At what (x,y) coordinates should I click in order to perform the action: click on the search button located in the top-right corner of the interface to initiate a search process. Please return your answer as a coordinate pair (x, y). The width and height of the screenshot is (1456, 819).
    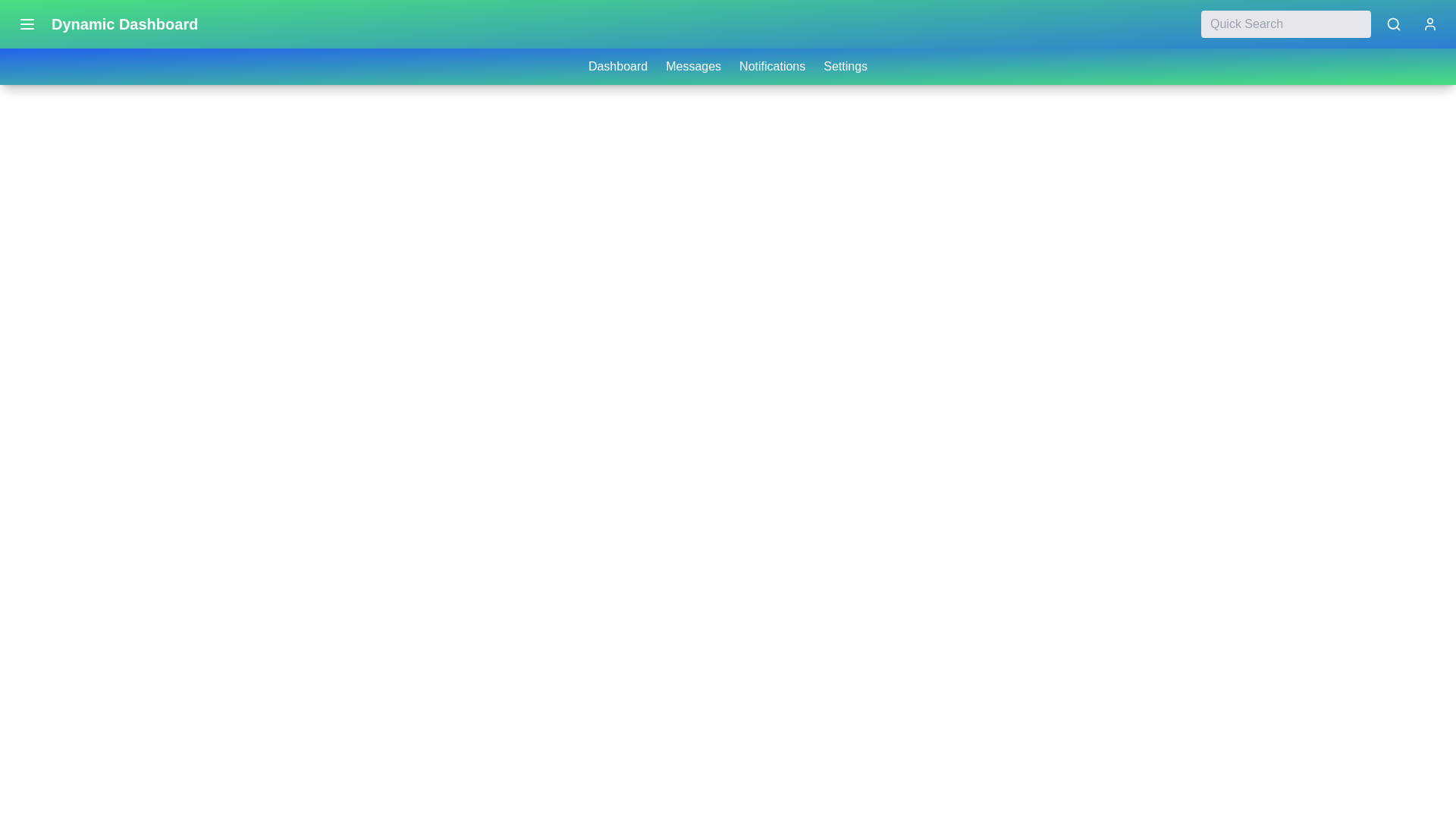
    Looking at the image, I should click on (1394, 24).